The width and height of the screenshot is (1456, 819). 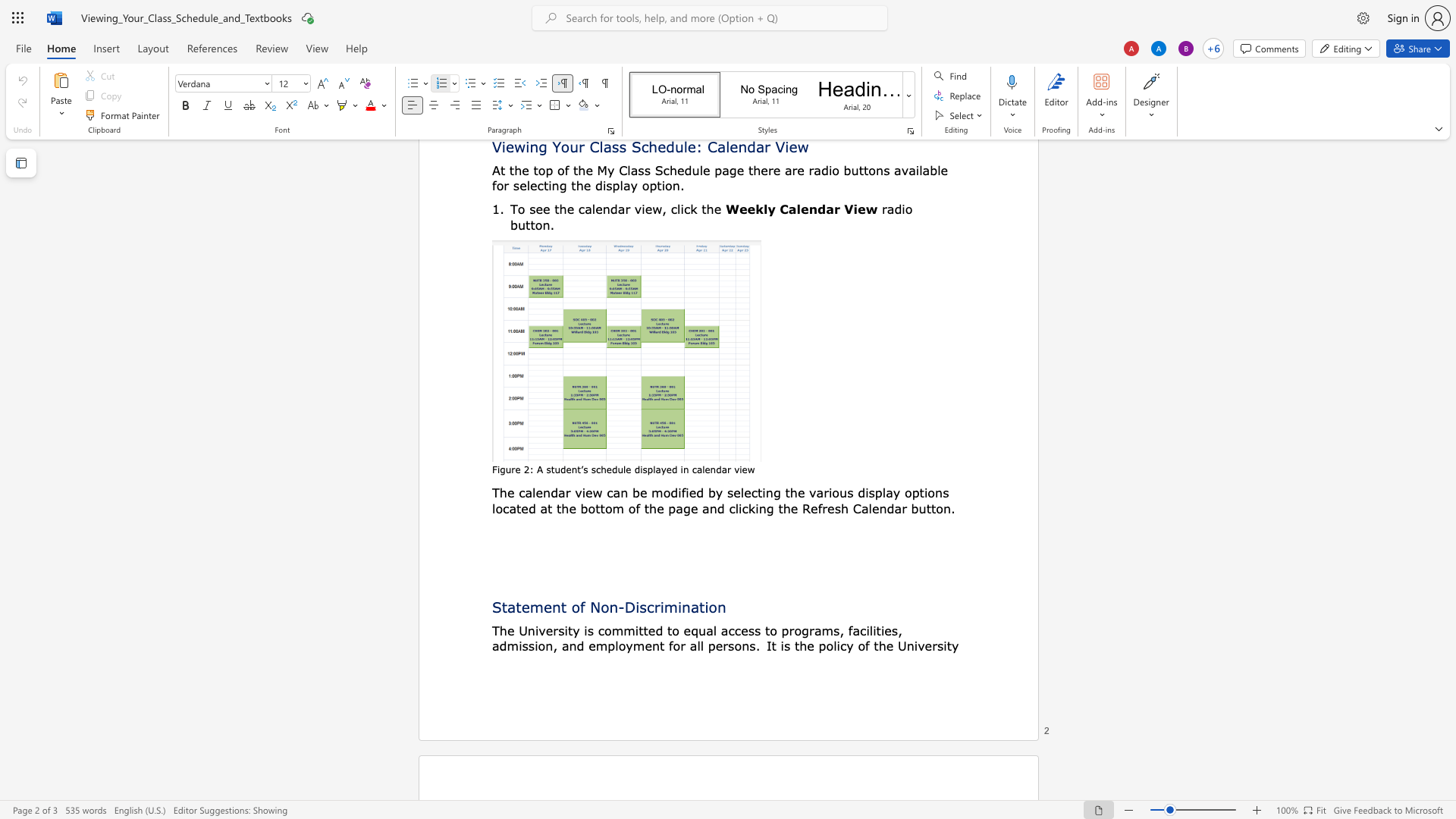 What do you see at coordinates (656, 469) in the screenshot?
I see `the space between the continuous character "l" and "a" in the text` at bounding box center [656, 469].